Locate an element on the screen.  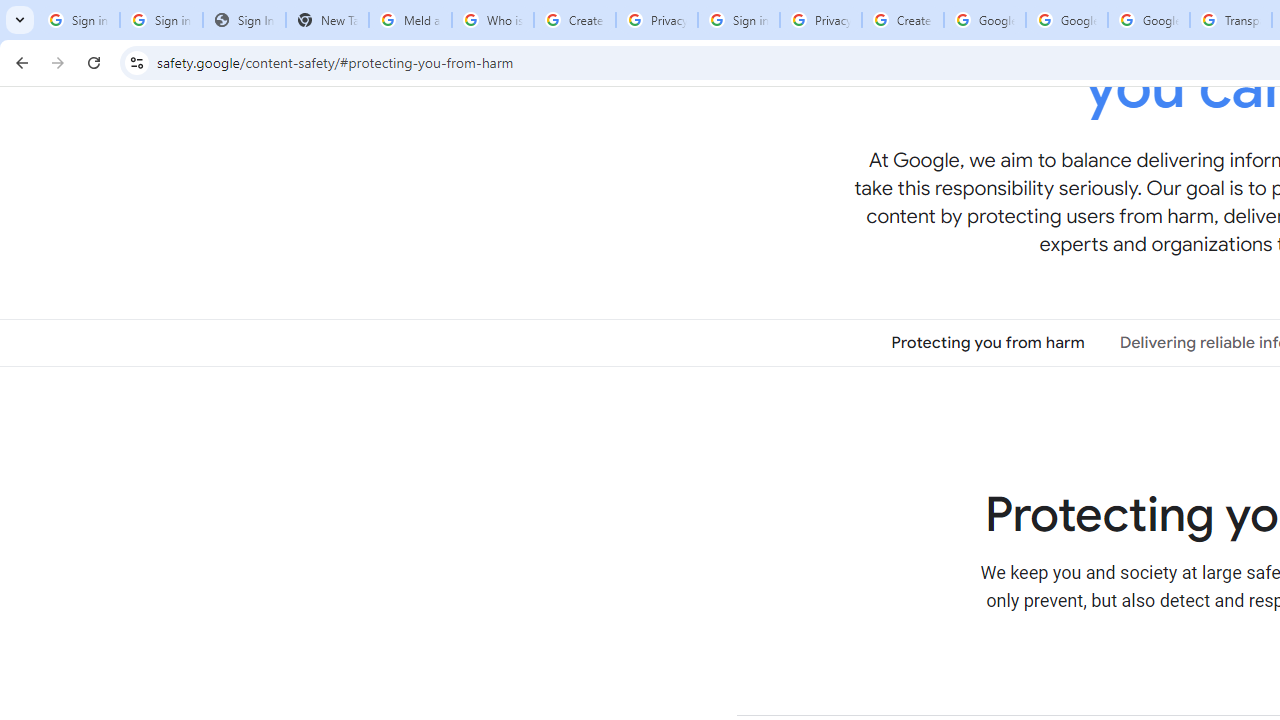
'Protecting you from harm' is located at coordinates (988, 342).